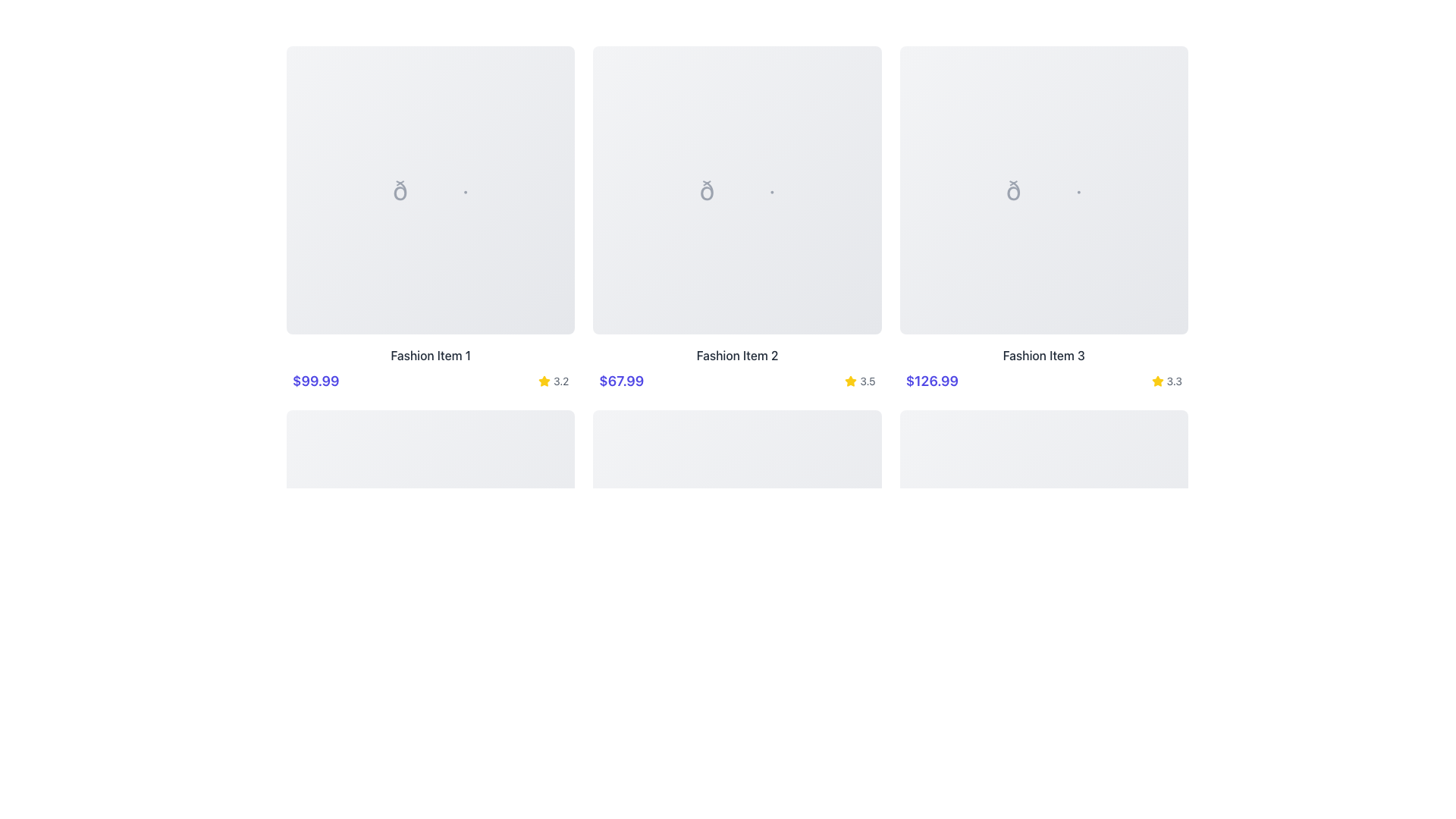 The height and width of the screenshot is (819, 1456). What do you see at coordinates (430, 190) in the screenshot?
I see `the image placeholder representing 'Fashion Item 1', which is located at the top of the card layout` at bounding box center [430, 190].